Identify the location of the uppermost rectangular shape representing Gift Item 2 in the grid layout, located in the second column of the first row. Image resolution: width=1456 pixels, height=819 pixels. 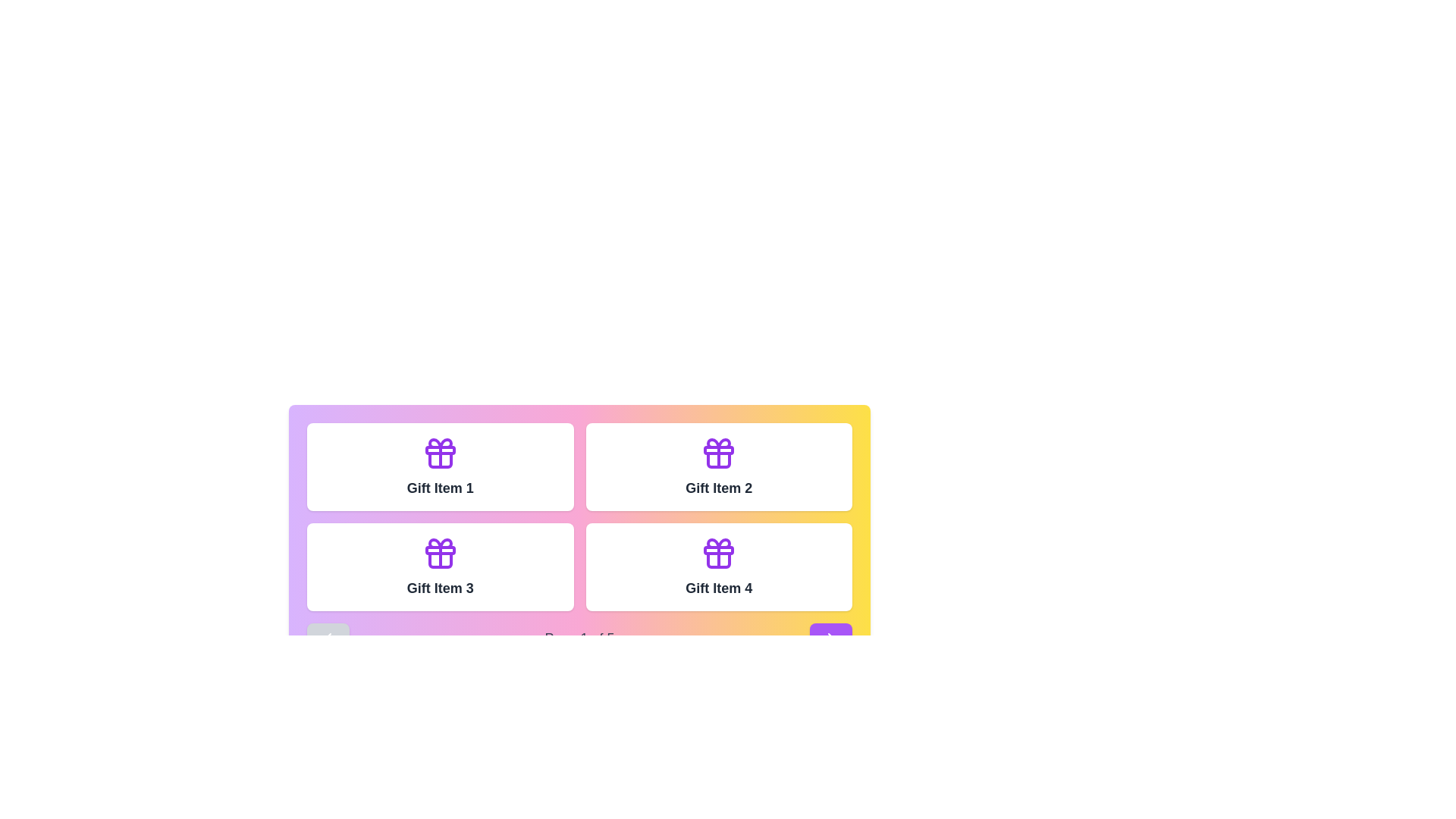
(718, 450).